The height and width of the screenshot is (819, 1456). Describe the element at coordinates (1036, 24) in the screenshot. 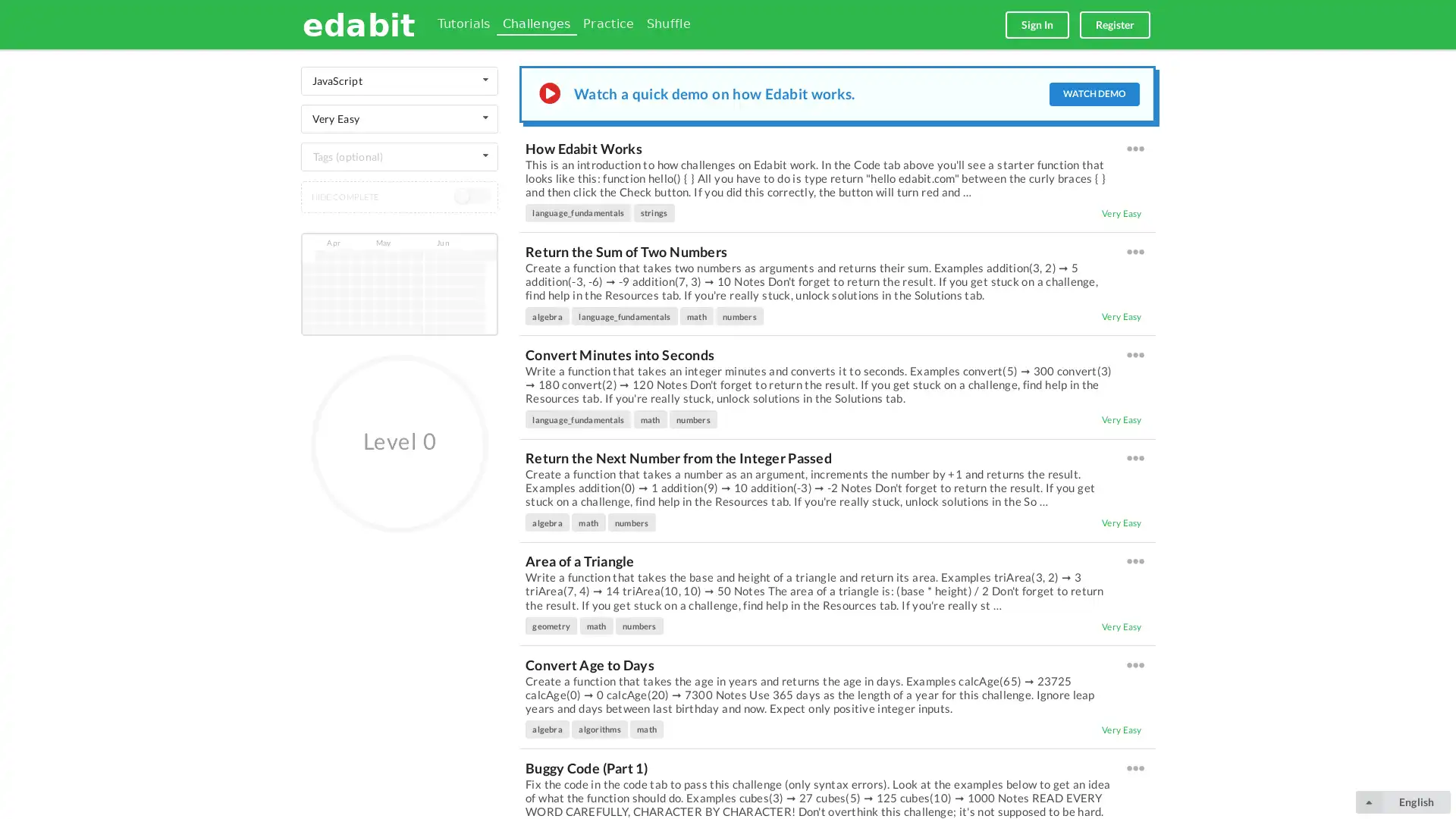

I see `Sign In` at that location.